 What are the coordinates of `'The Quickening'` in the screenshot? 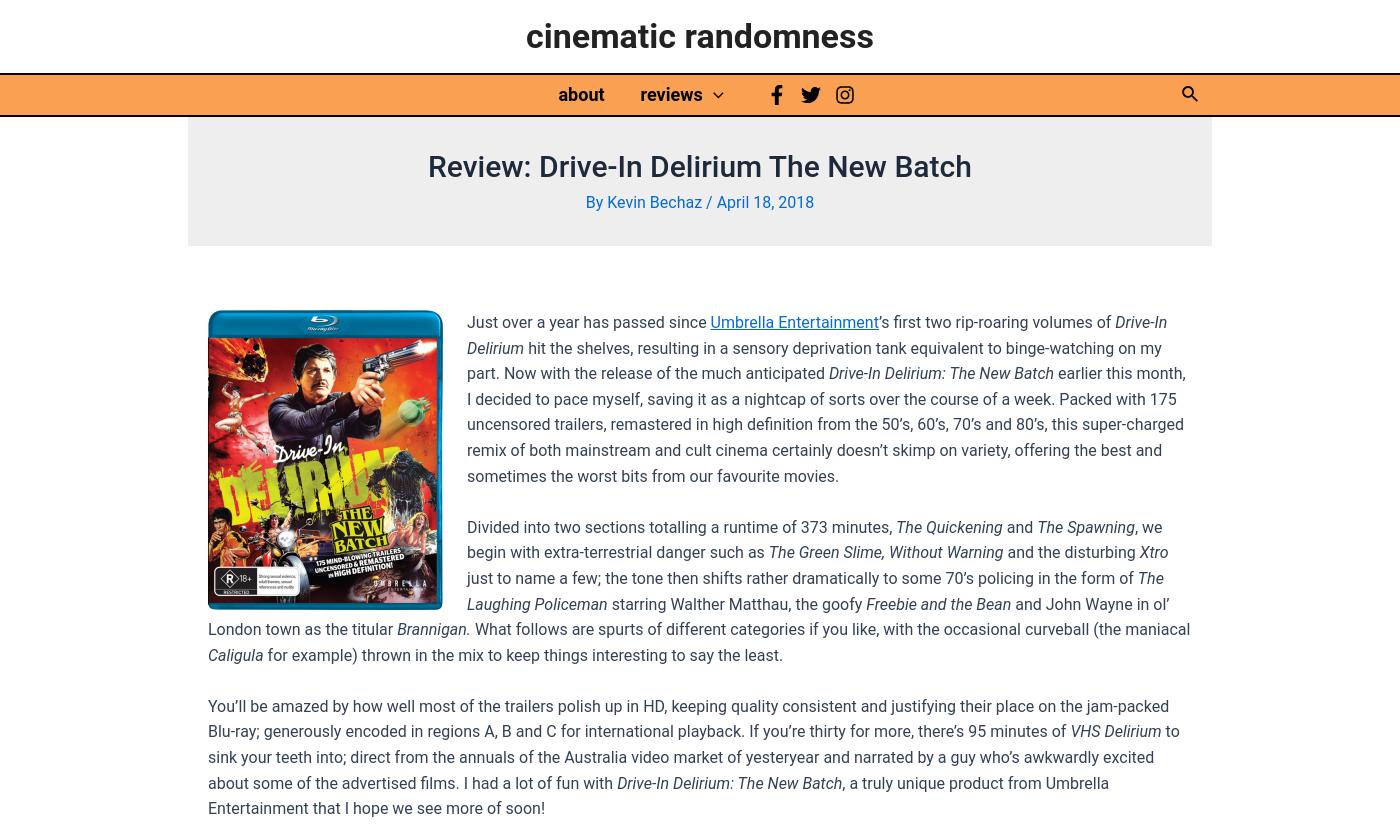 It's located at (891, 526).